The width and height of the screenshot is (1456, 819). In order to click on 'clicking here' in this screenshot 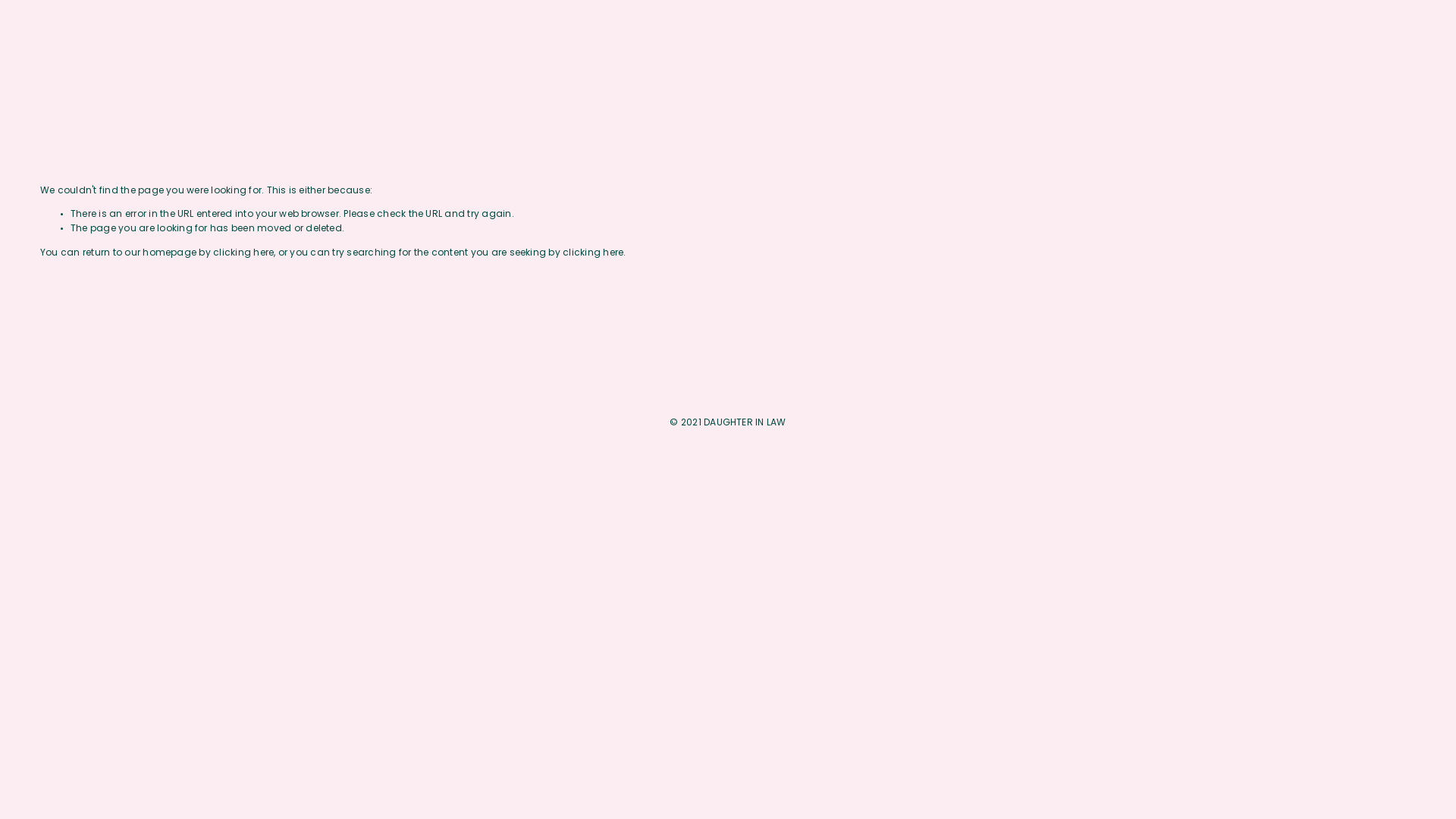, I will do `click(243, 253)`.